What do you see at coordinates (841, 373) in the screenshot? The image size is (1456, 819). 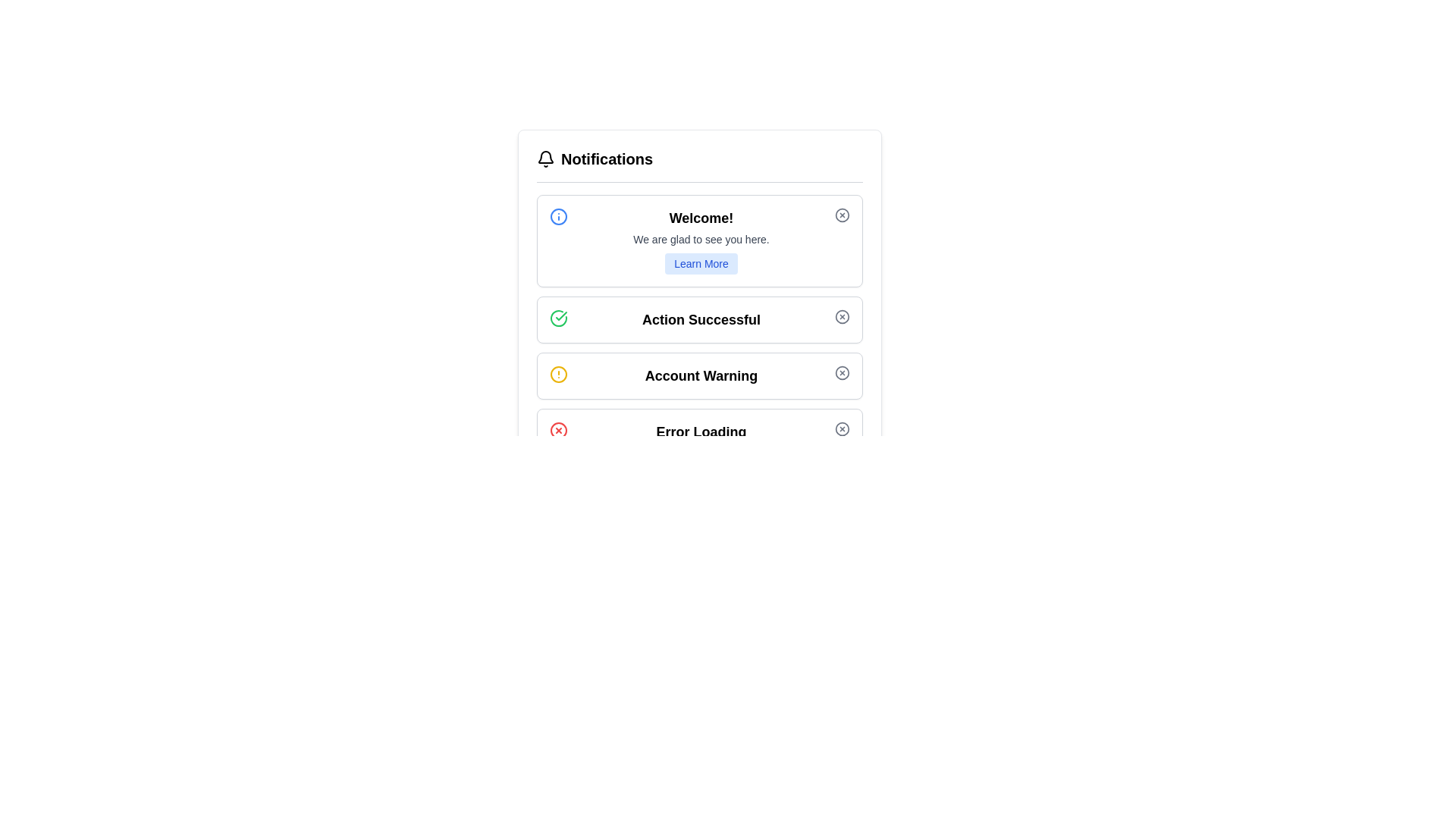 I see `the SVG circle element representing the 'circle-x' icon within the notification interface` at bounding box center [841, 373].